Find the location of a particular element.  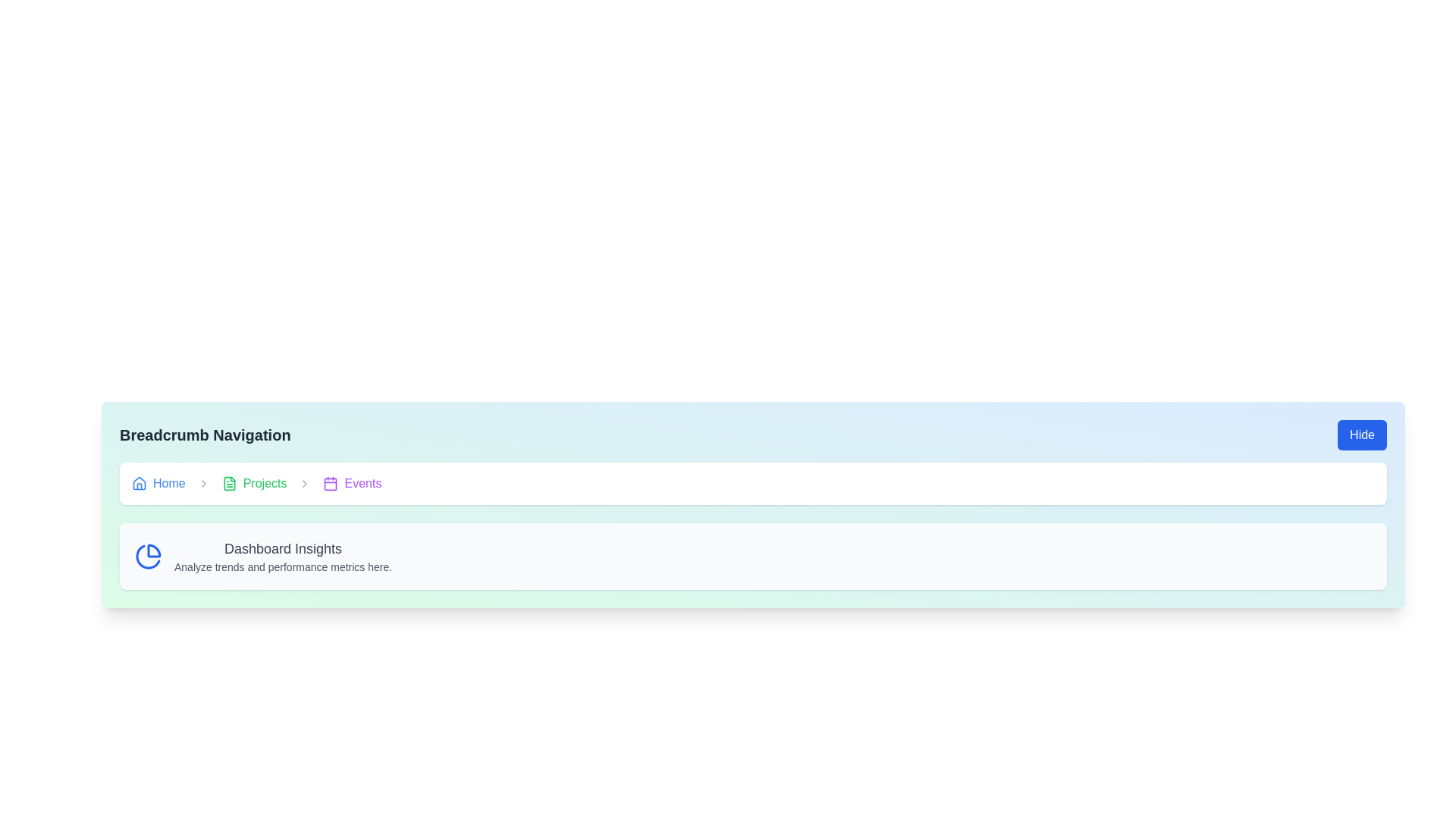

textual label that serves as a heading and description, located to the right of a circular pie-chart icon within a horizontal layout panel under the breadcrumb navigation bar is located at coordinates (283, 556).